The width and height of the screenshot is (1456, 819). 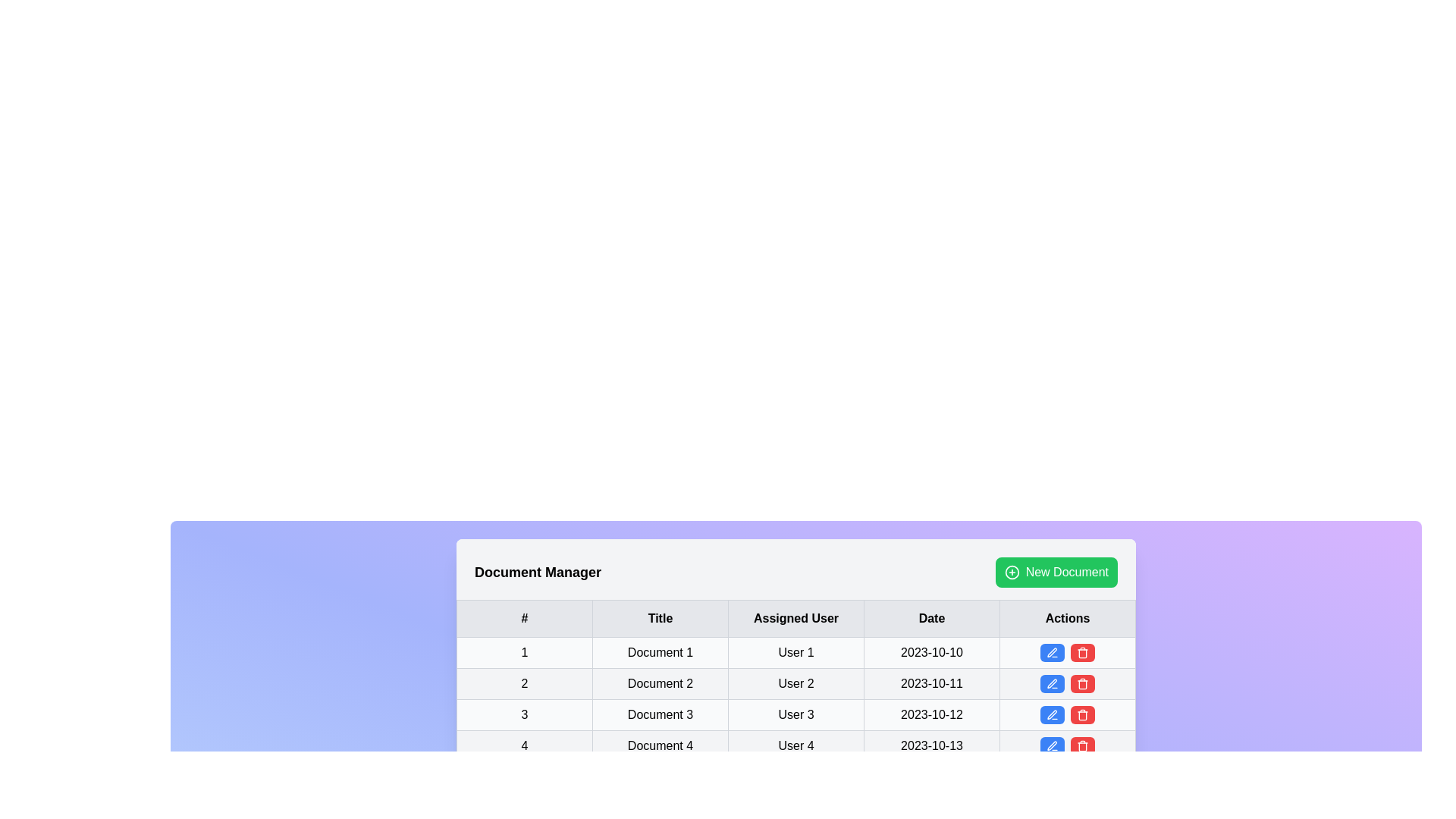 What do you see at coordinates (1051, 651) in the screenshot?
I see `the 'Edit' pen icon located in the 'Actions' column of the table row` at bounding box center [1051, 651].